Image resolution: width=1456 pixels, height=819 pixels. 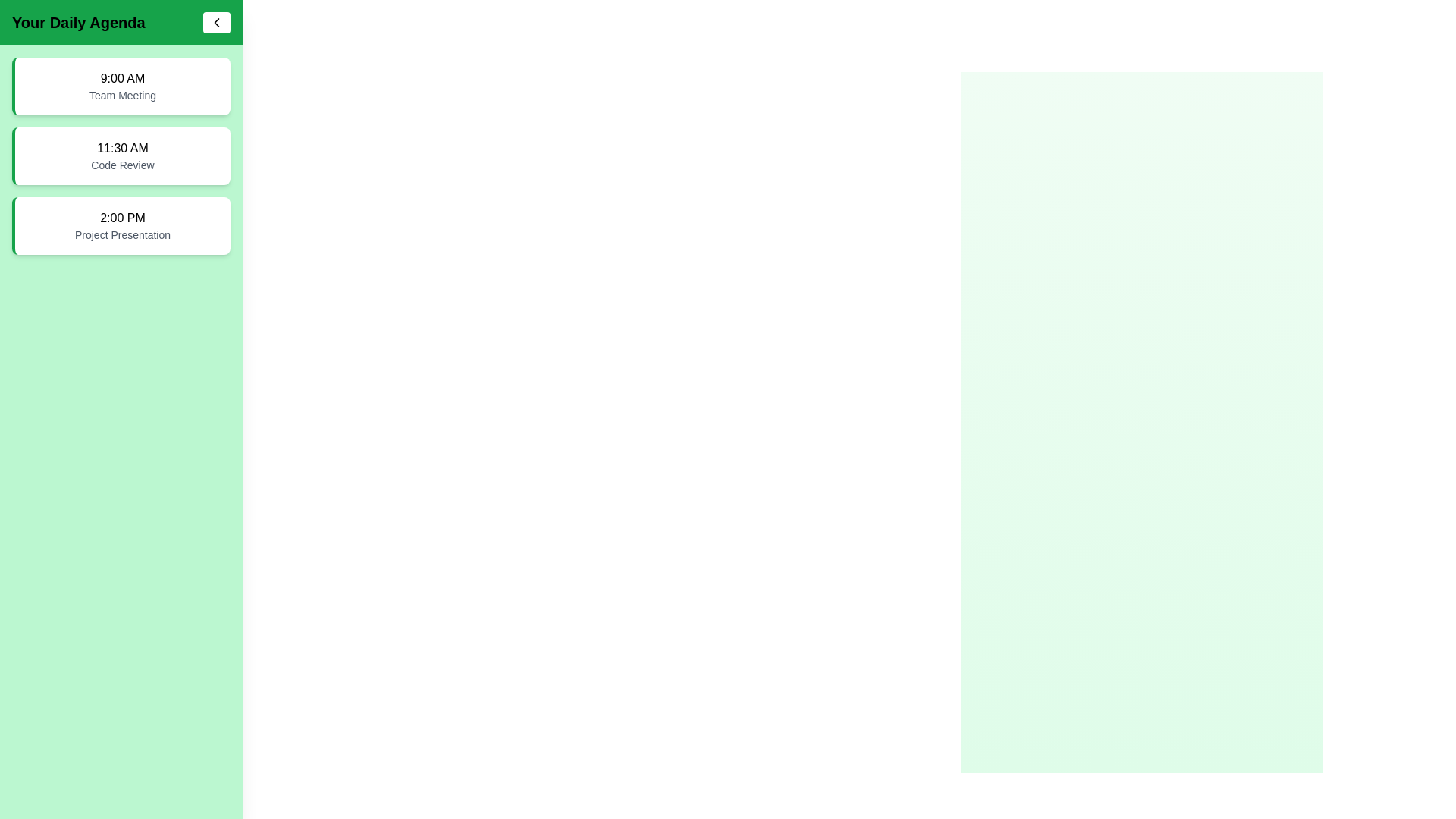 I want to click on the first Event card at the top of the list, which displays the time and title of the scheduled event, so click(x=120, y=86).